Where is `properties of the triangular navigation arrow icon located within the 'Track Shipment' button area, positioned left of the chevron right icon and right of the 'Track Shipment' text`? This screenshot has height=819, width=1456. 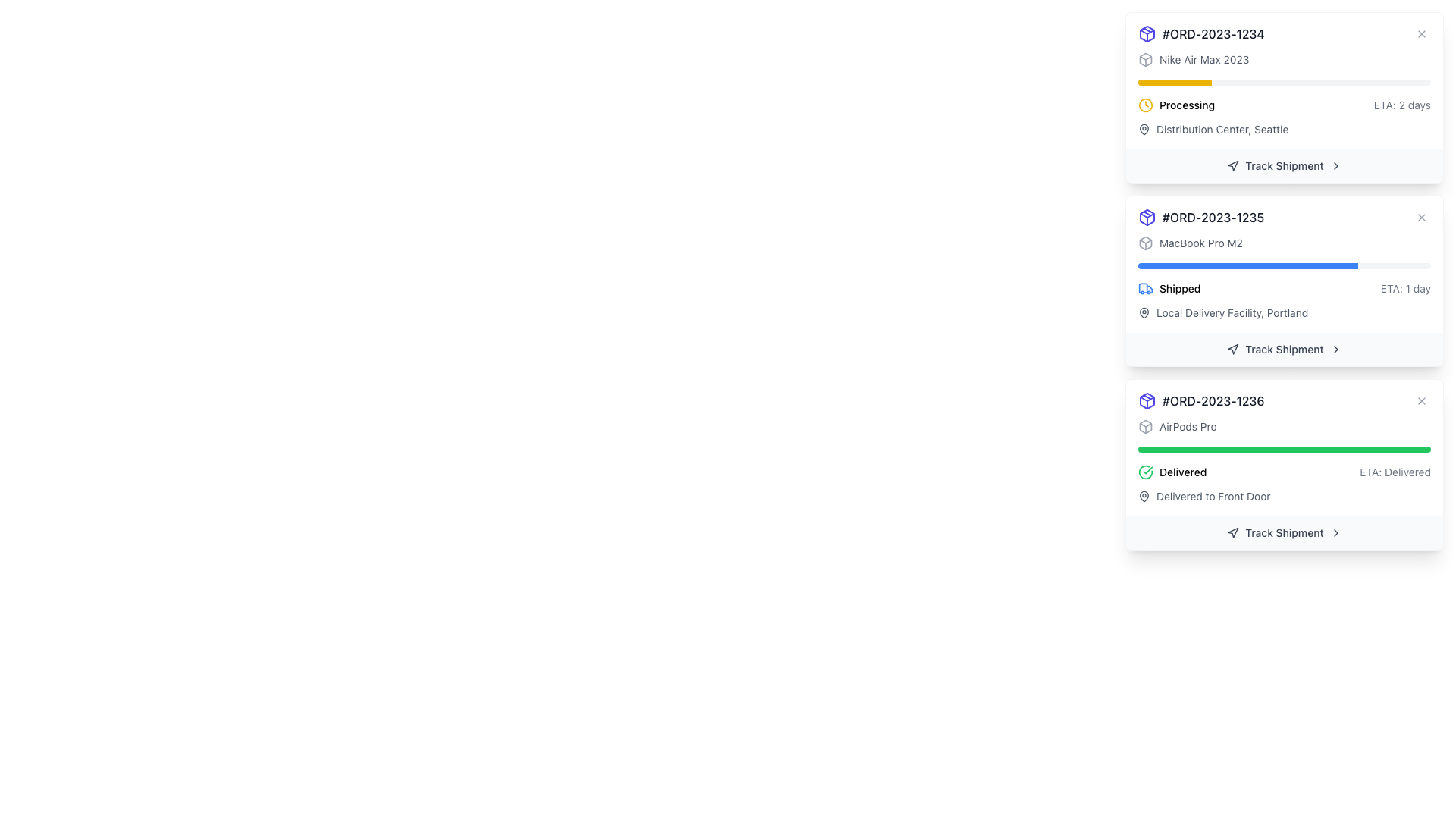 properties of the triangular navigation arrow icon located within the 'Track Shipment' button area, positioned left of the chevron right icon and right of the 'Track Shipment' text is located at coordinates (1233, 166).